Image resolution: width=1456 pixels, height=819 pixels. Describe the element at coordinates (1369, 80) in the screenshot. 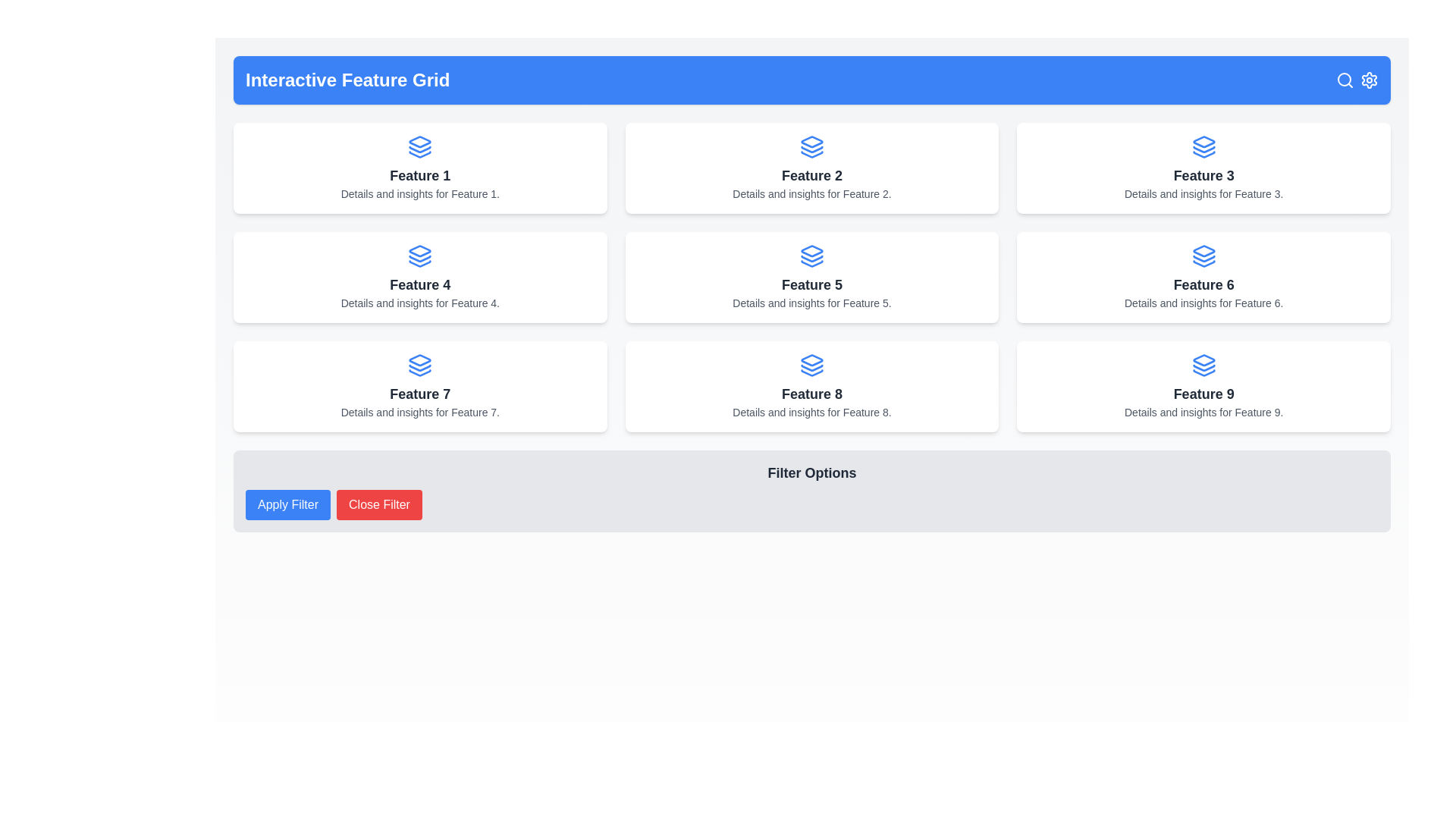

I see `the settings icon, which is a gear design styled in white on a blue background, located in the top-right toolbar next to the search icon` at that location.